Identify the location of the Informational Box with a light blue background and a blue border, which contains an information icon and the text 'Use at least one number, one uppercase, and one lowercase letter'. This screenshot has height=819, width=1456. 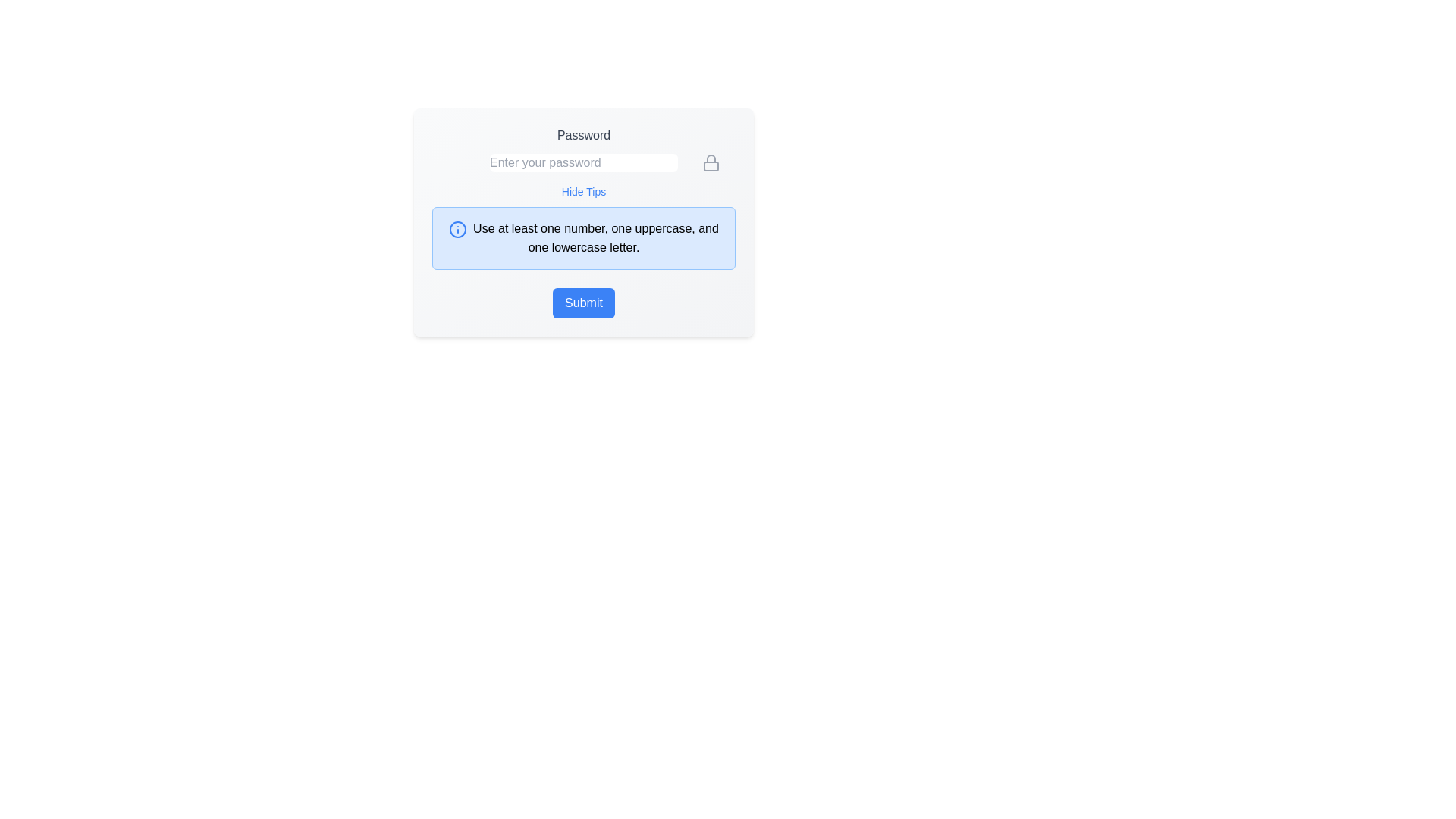
(582, 237).